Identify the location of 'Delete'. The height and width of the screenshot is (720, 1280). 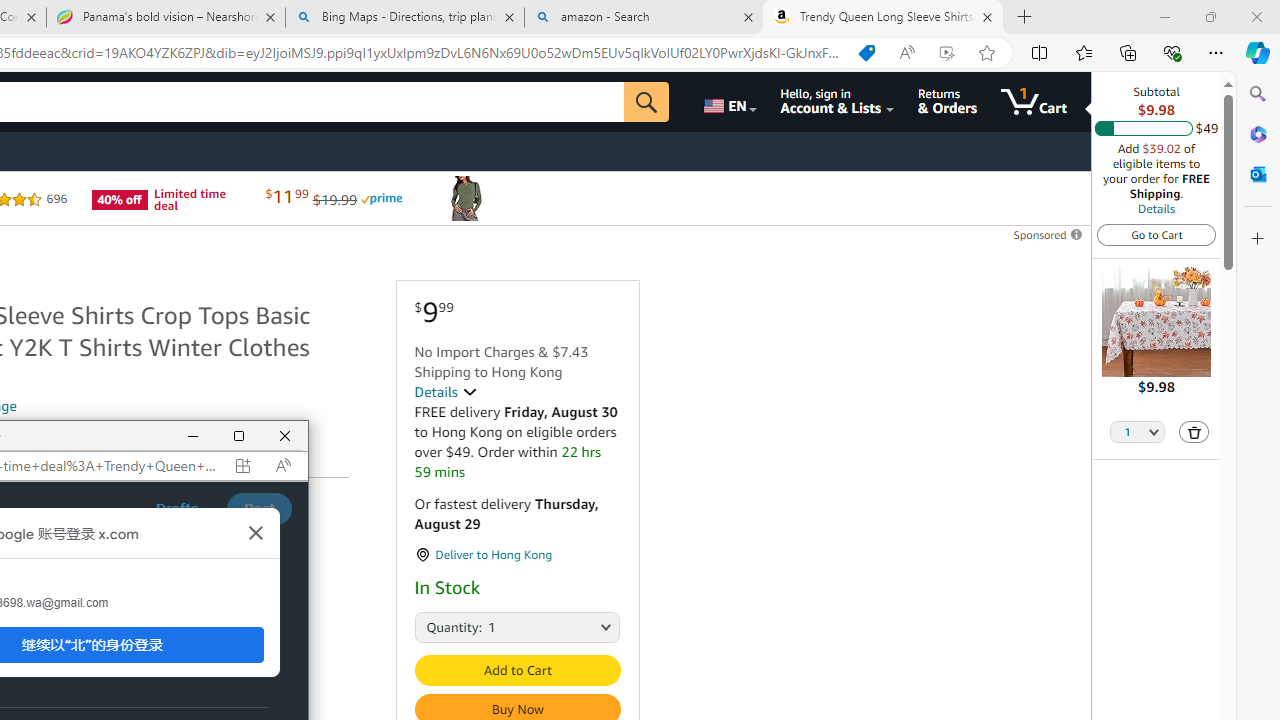
(1194, 430).